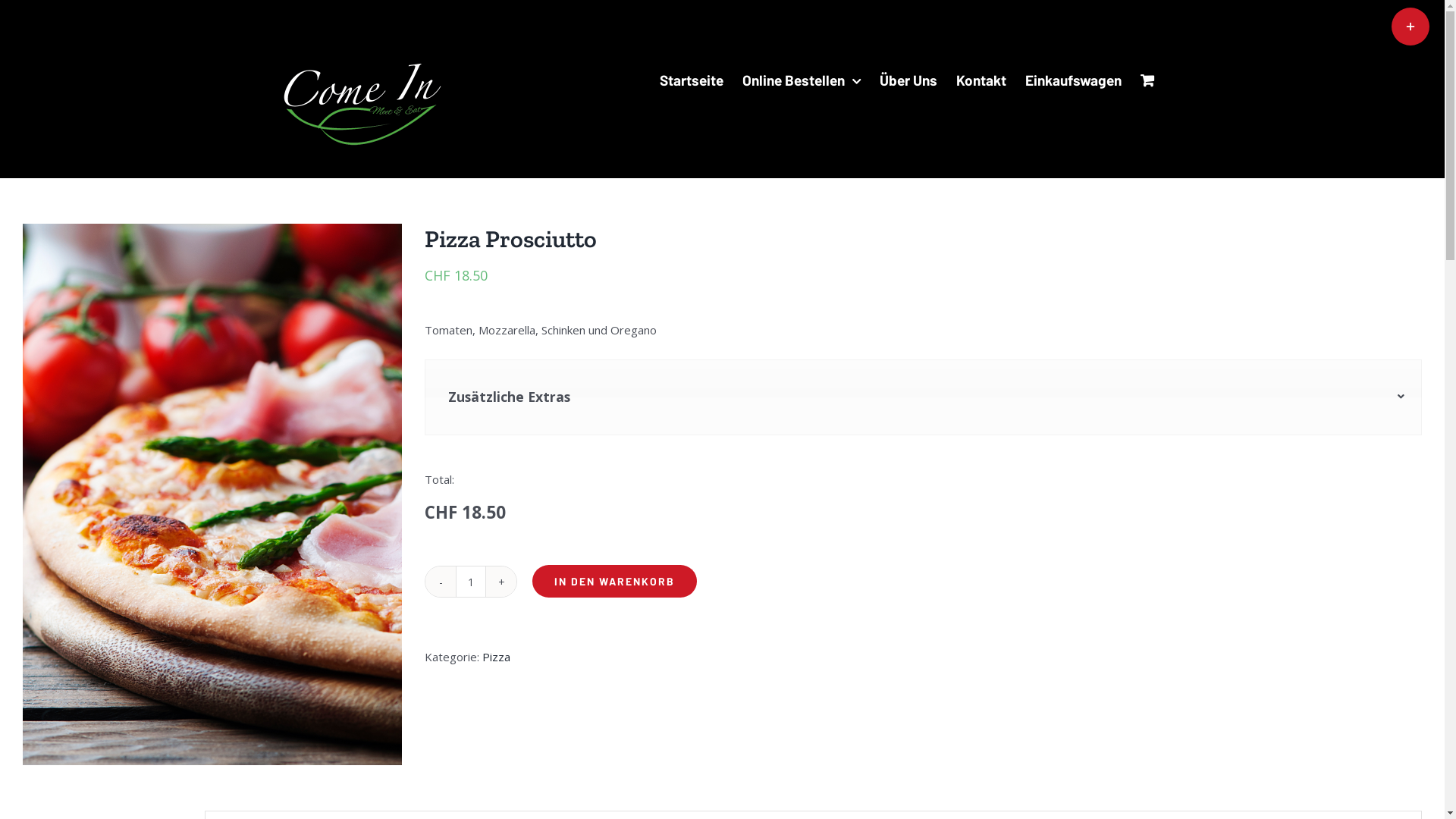  Describe the element at coordinates (614, 580) in the screenshot. I see `'IN DEN WARENKORB'` at that location.